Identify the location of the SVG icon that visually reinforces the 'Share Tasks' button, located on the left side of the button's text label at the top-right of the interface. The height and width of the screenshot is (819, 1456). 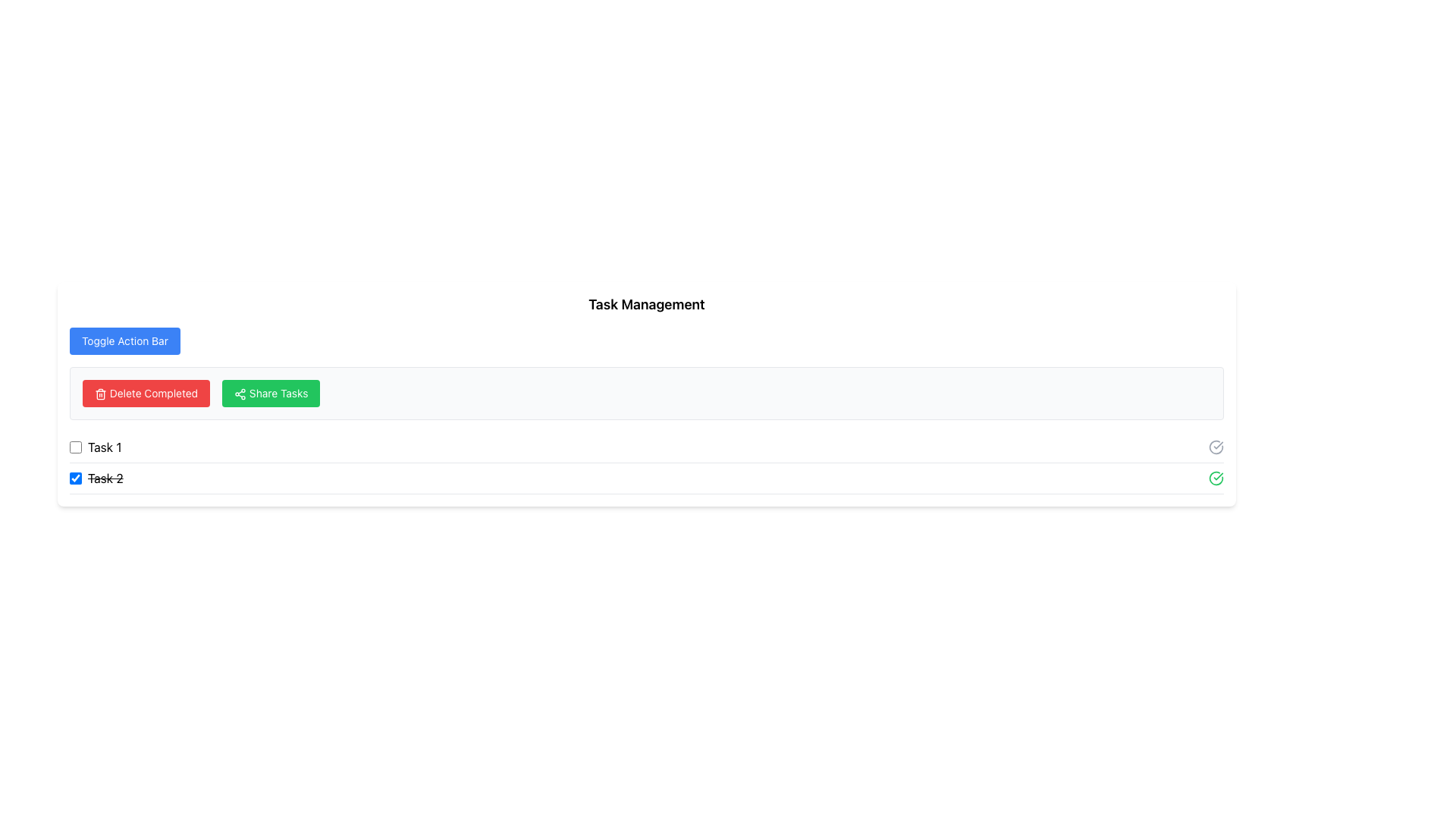
(240, 394).